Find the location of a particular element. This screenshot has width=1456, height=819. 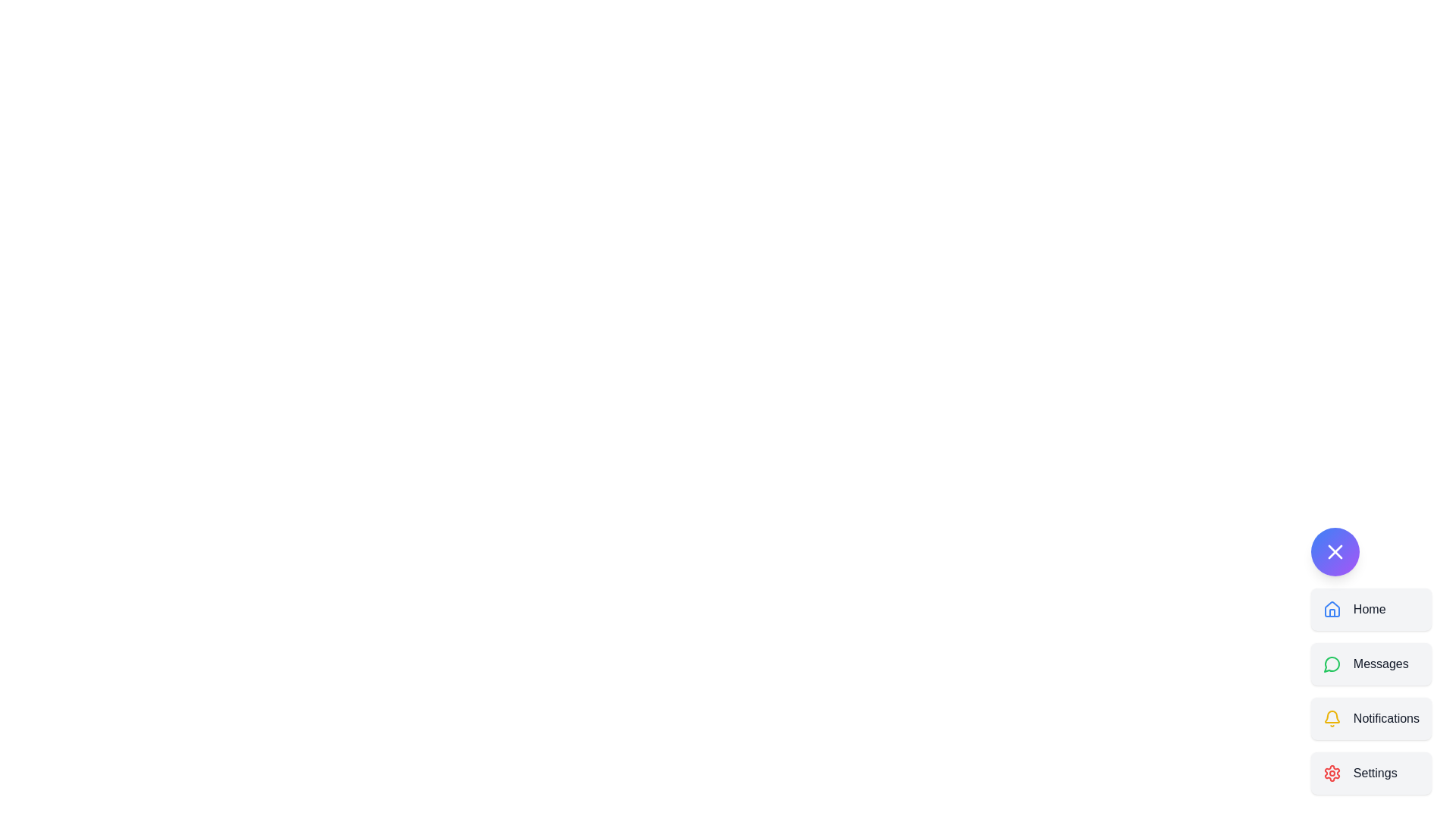

the button labeled 'Messages' which has a green chat bubble icon is located at coordinates (1371, 663).